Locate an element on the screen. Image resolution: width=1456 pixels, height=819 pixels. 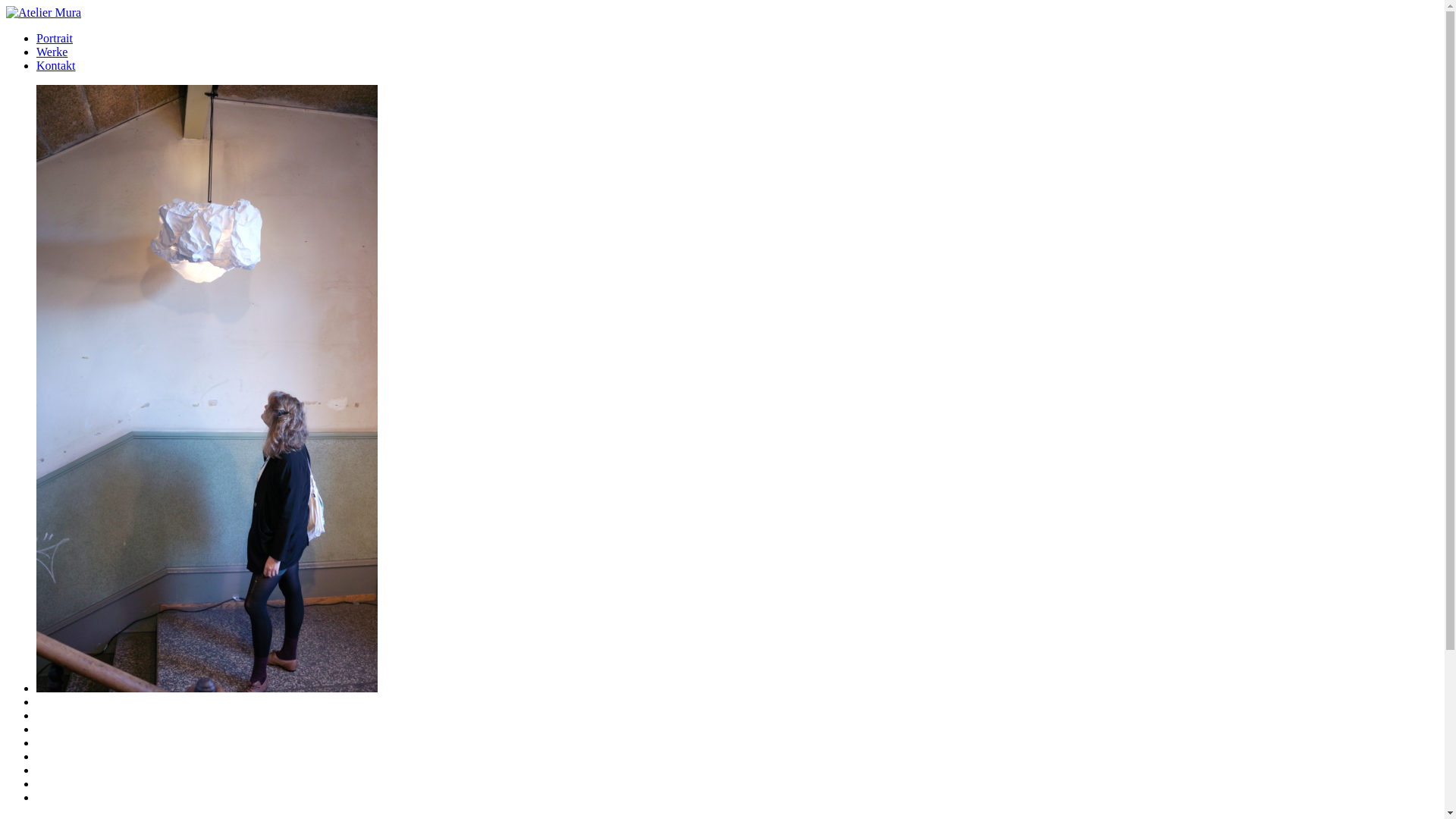
'Werke' is located at coordinates (52, 51).